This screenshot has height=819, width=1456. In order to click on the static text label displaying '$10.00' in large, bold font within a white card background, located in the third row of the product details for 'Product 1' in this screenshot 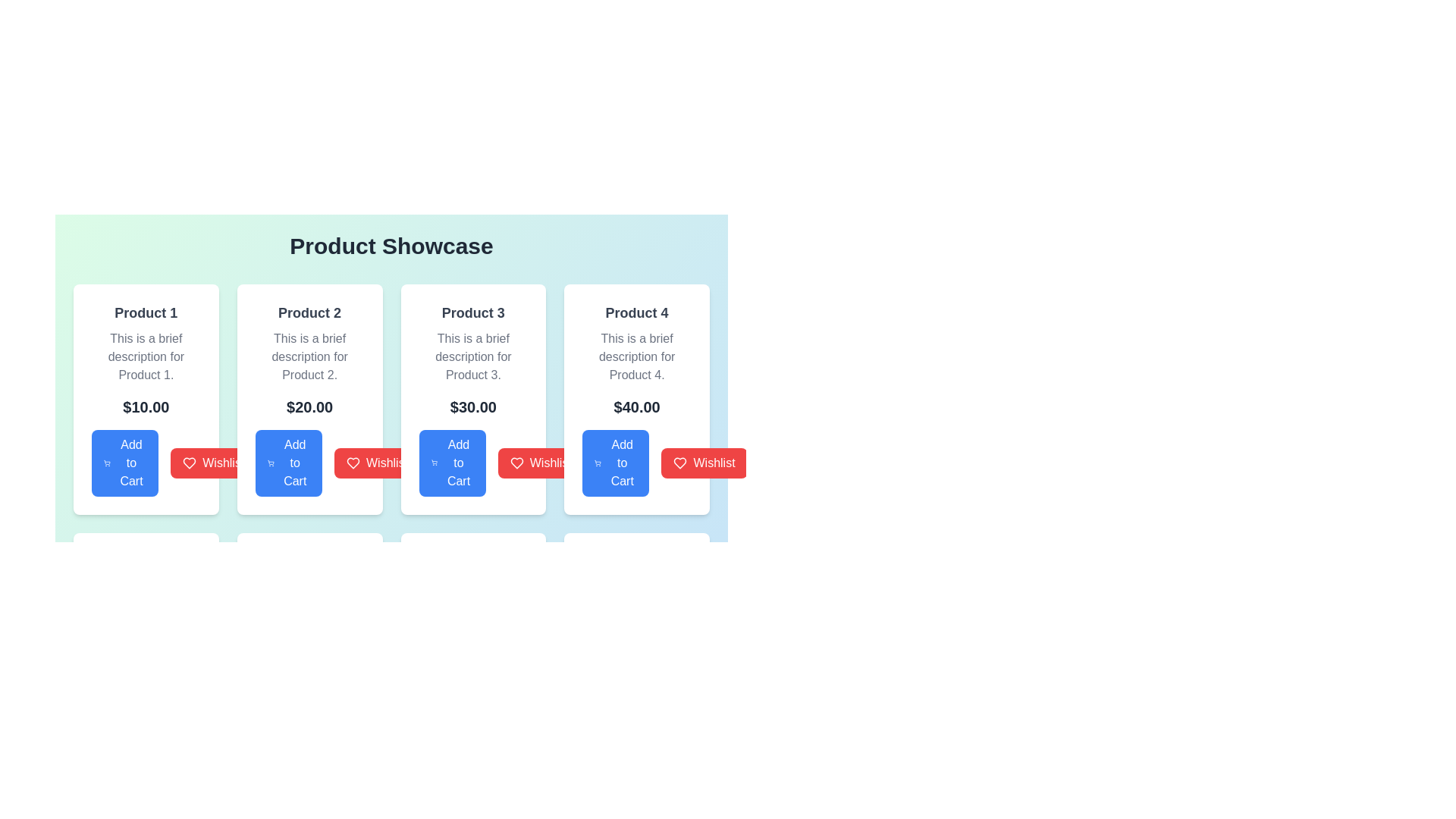, I will do `click(146, 406)`.